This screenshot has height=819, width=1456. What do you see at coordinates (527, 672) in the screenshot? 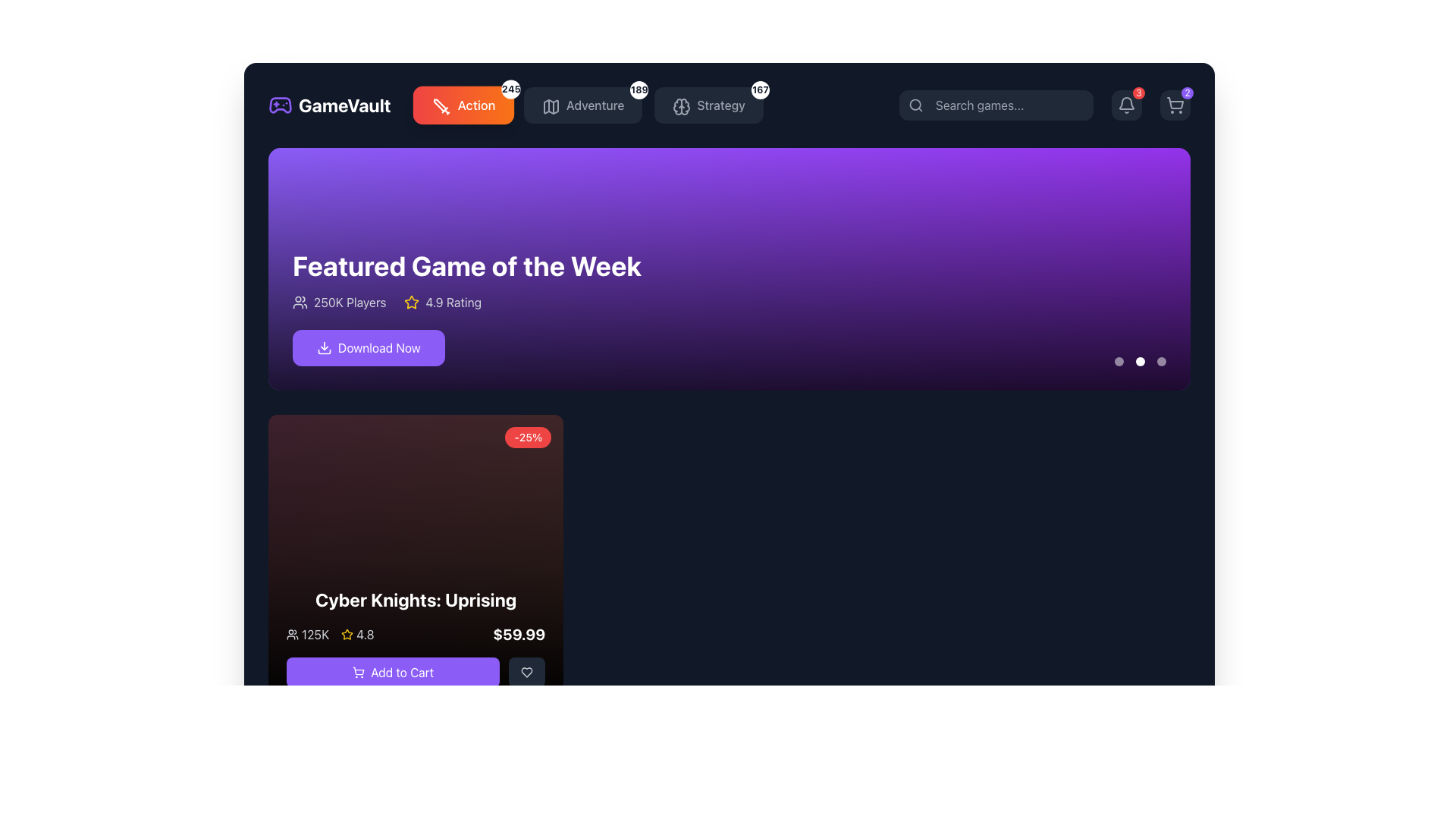
I see `the heart icon button located at the bottom-right corner of the product card to favorite the product` at bounding box center [527, 672].